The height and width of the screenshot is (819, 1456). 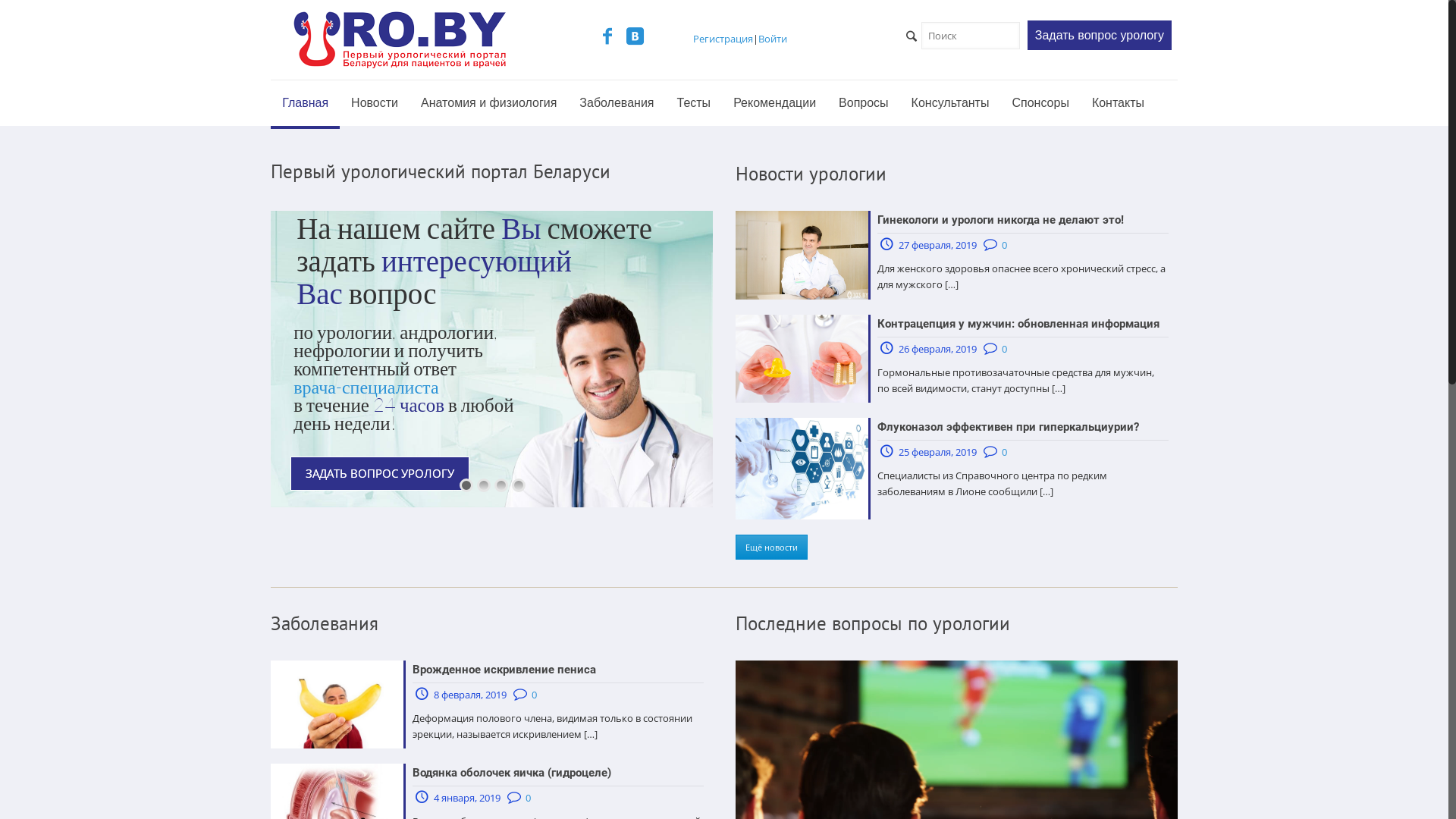 What do you see at coordinates (607, 37) in the screenshot?
I see `'Facebook'` at bounding box center [607, 37].